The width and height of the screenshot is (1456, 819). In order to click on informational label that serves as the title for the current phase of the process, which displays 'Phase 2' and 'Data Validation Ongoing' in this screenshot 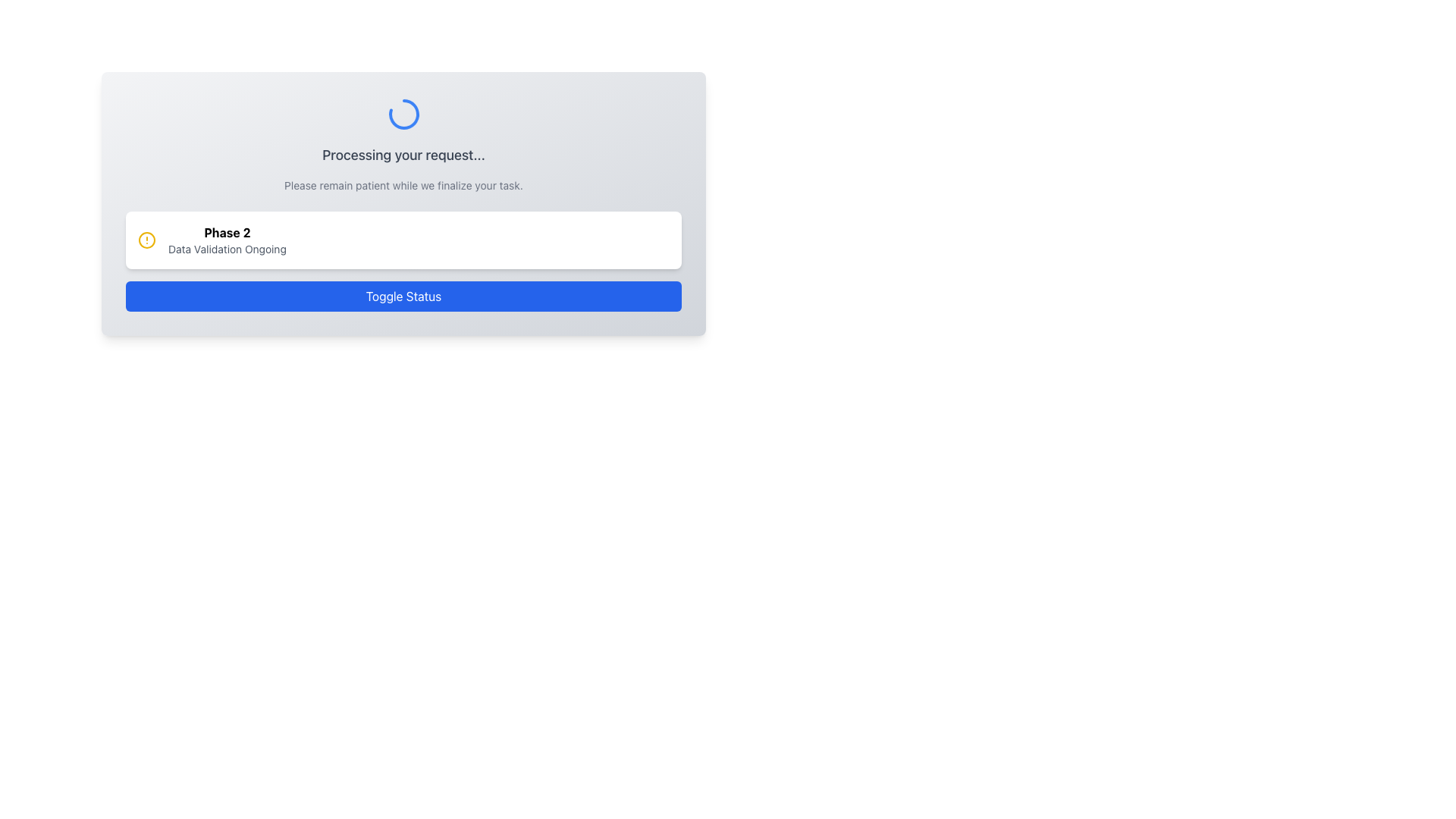, I will do `click(226, 233)`.